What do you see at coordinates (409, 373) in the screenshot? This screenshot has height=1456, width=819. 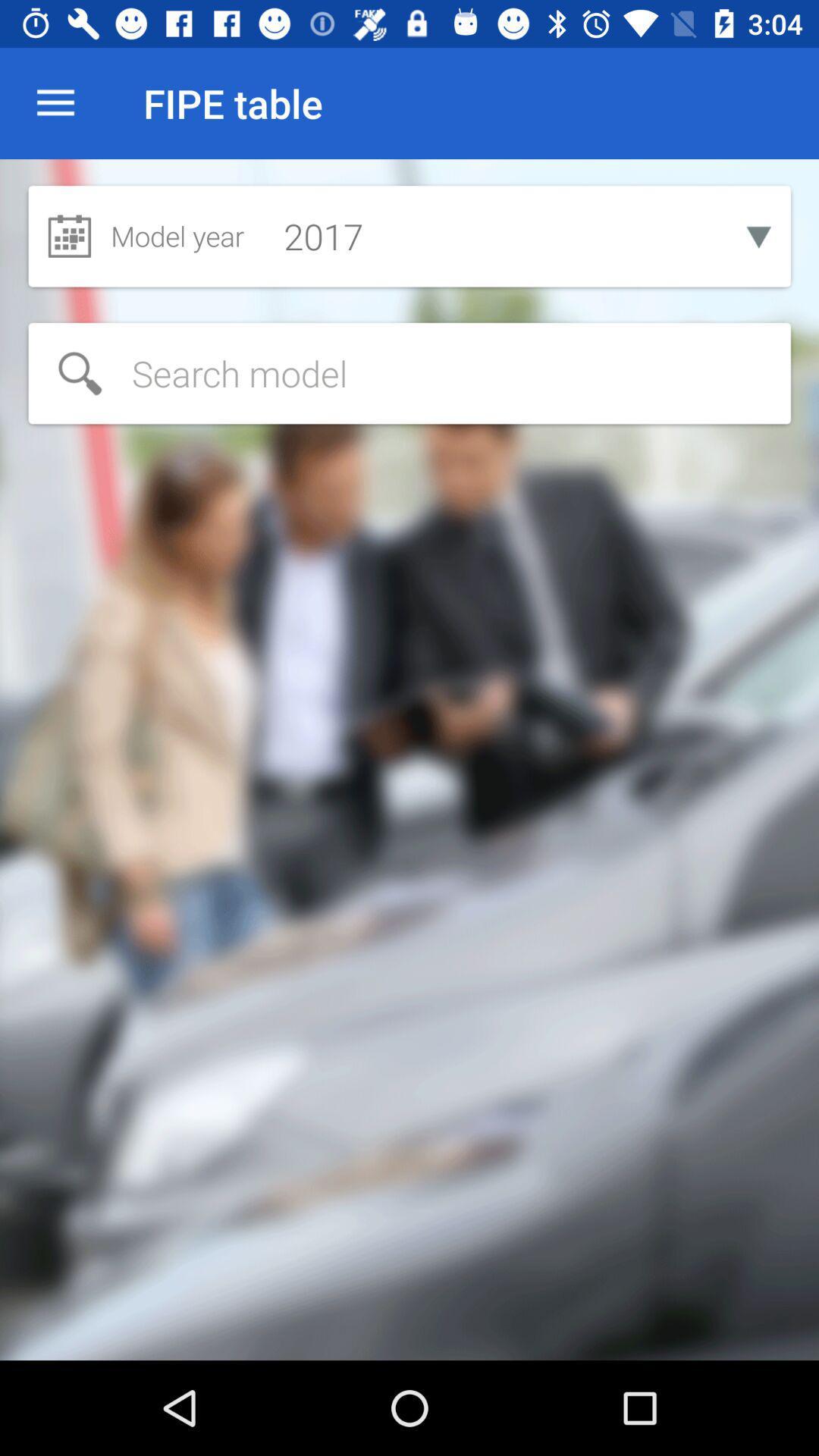 I see `search bar` at bounding box center [409, 373].